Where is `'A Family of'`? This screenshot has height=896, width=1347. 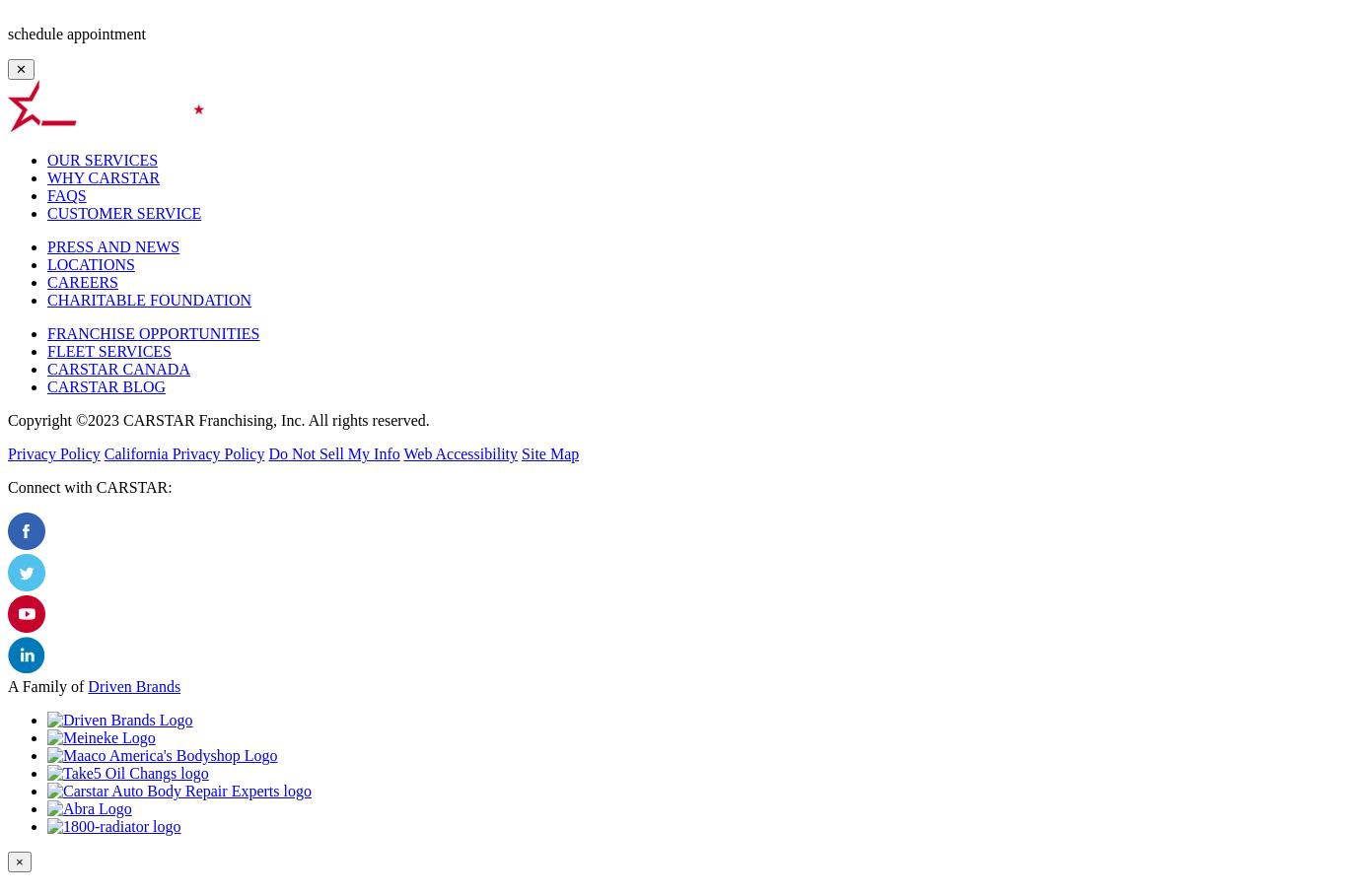
'A Family of' is located at coordinates (8, 686).